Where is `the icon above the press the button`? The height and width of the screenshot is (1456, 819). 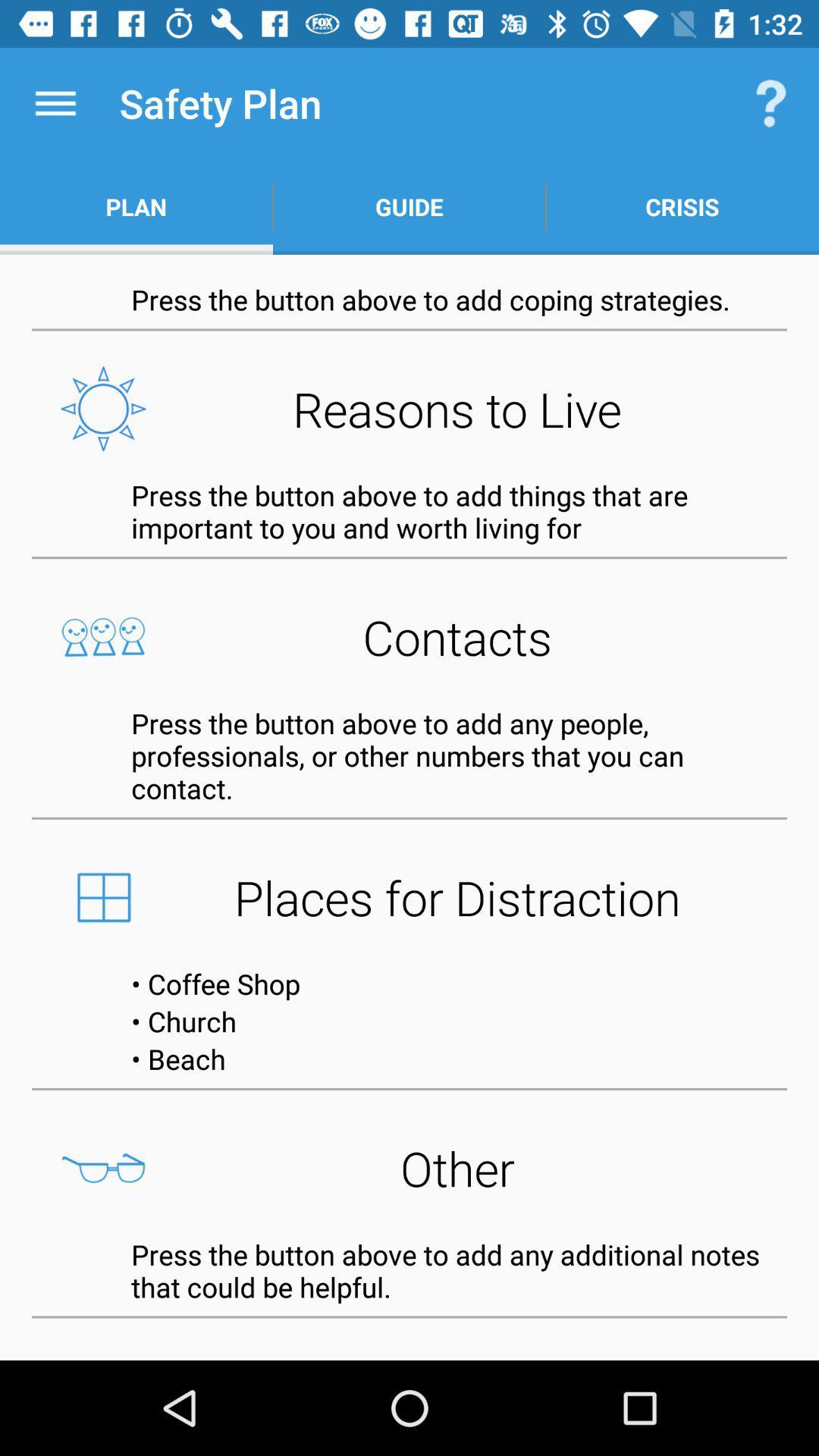
the icon above the press the button is located at coordinates (409, 206).